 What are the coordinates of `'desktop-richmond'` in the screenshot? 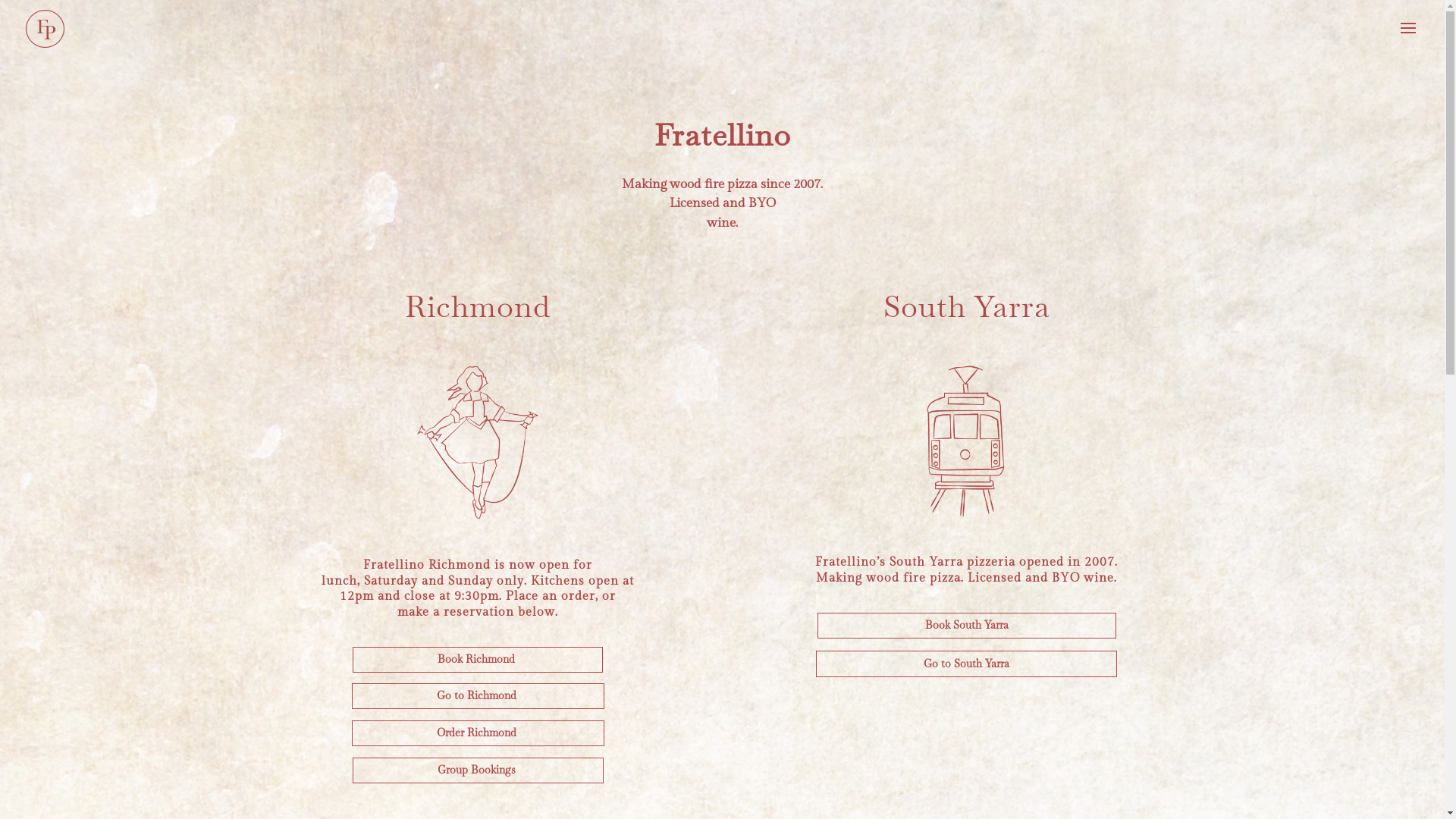 It's located at (399, 442).